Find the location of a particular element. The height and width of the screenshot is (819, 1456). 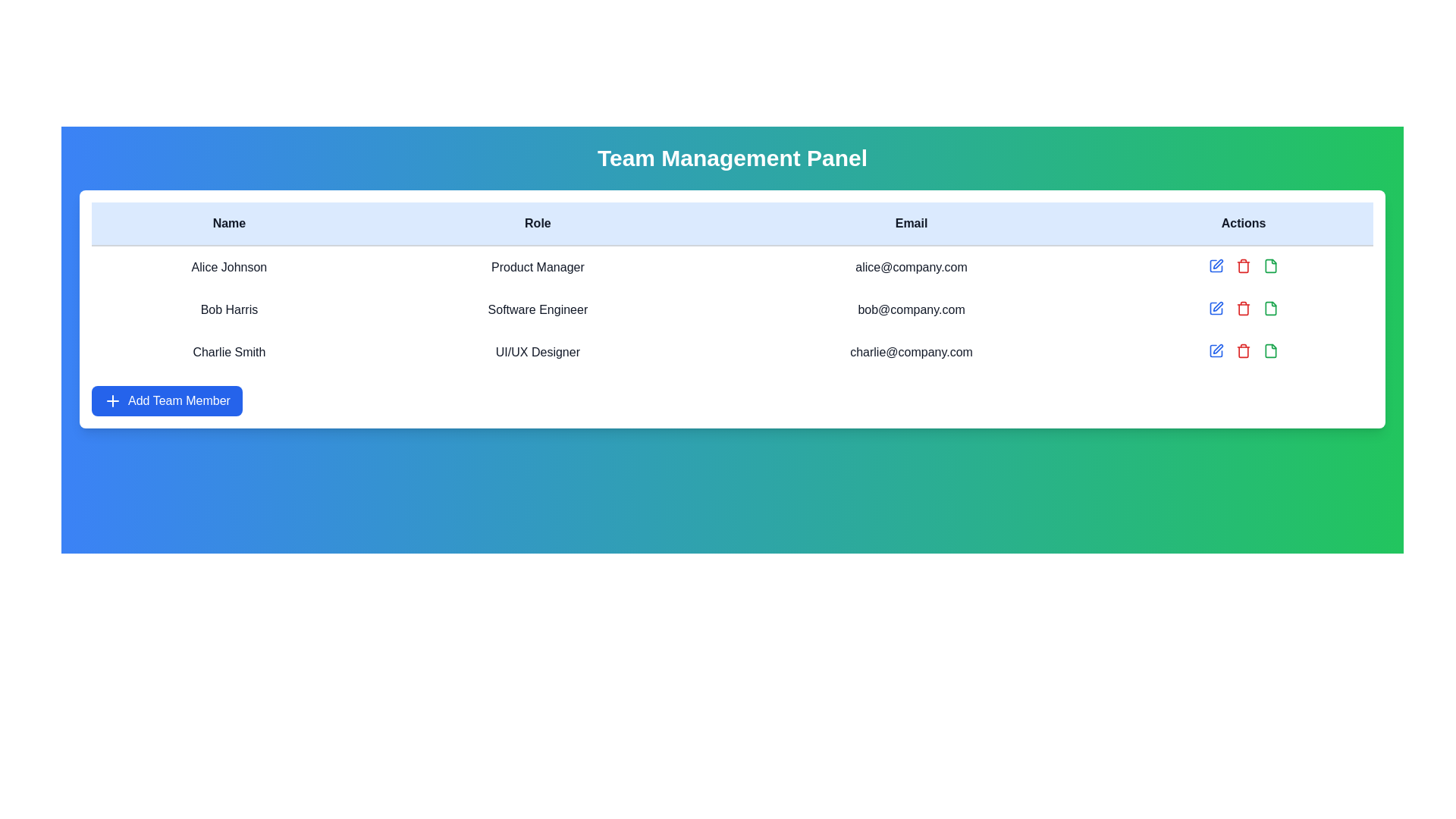

the icon with a green outline resembling a document or file is located at coordinates (1270, 308).